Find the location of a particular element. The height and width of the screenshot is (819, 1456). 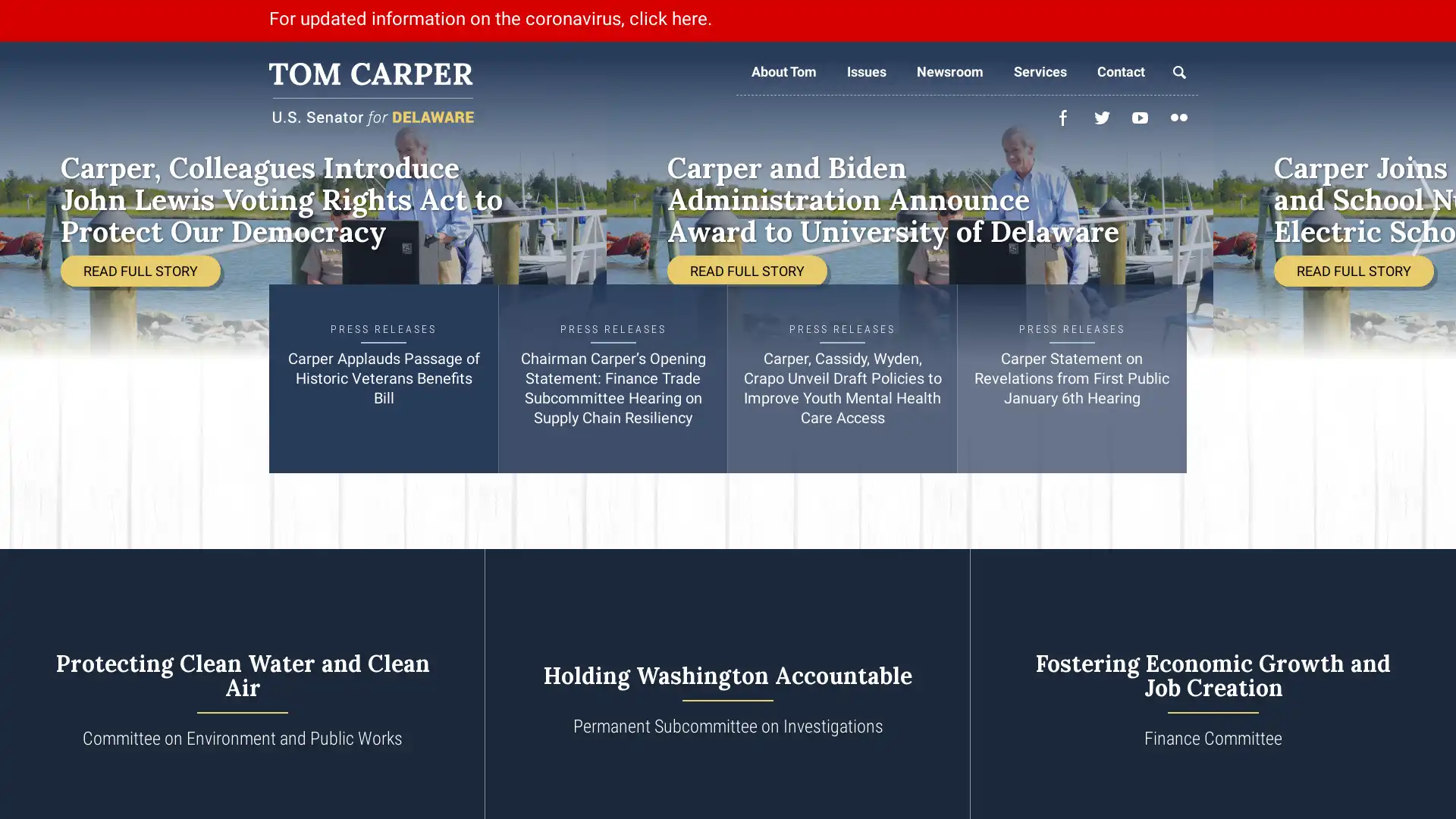

Services is located at coordinates (1040, 72).